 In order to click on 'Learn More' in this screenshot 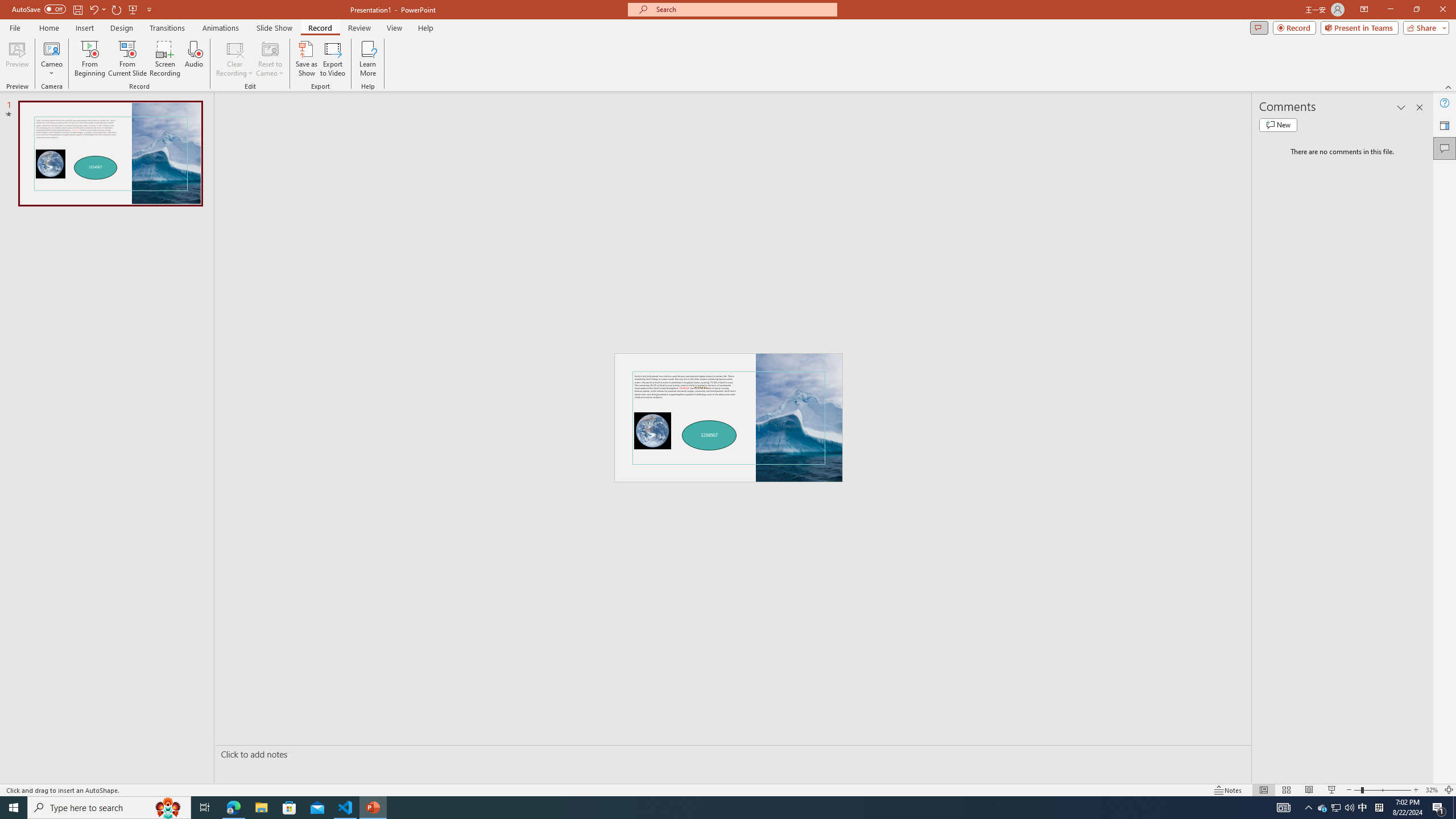, I will do `click(368, 59)`.